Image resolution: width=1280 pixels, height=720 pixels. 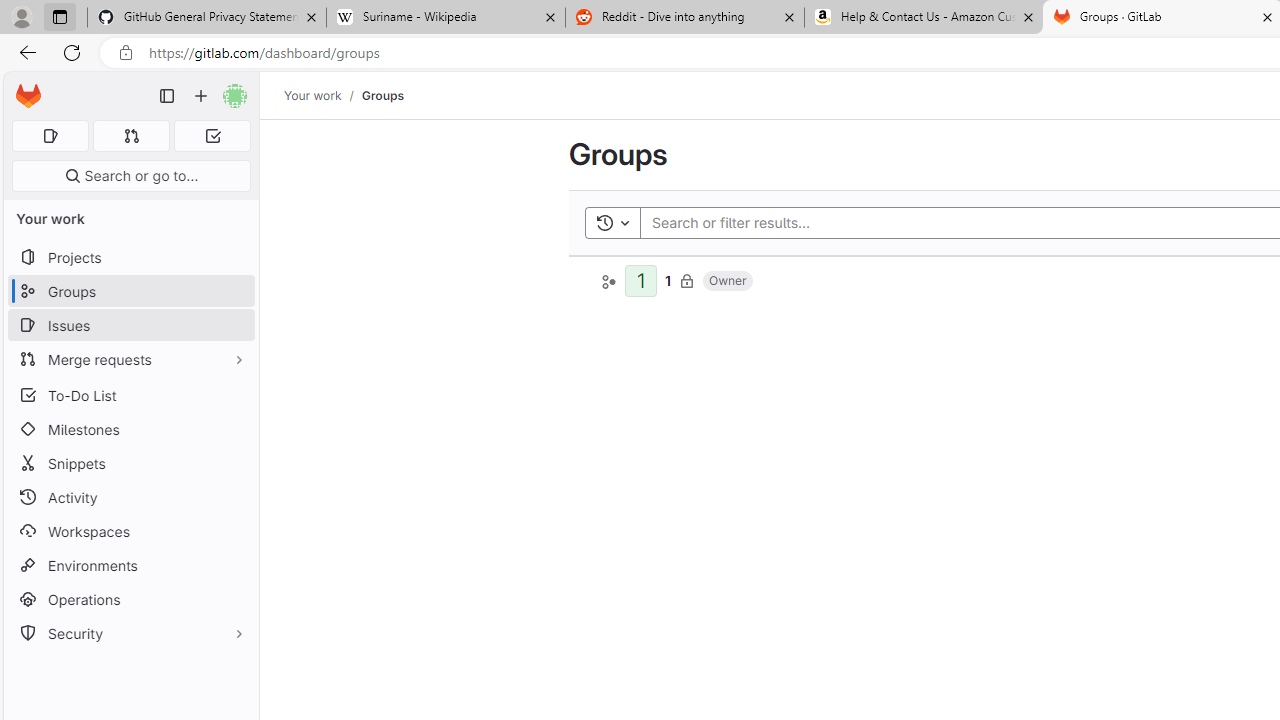 I want to click on 'Operations', so click(x=130, y=598).